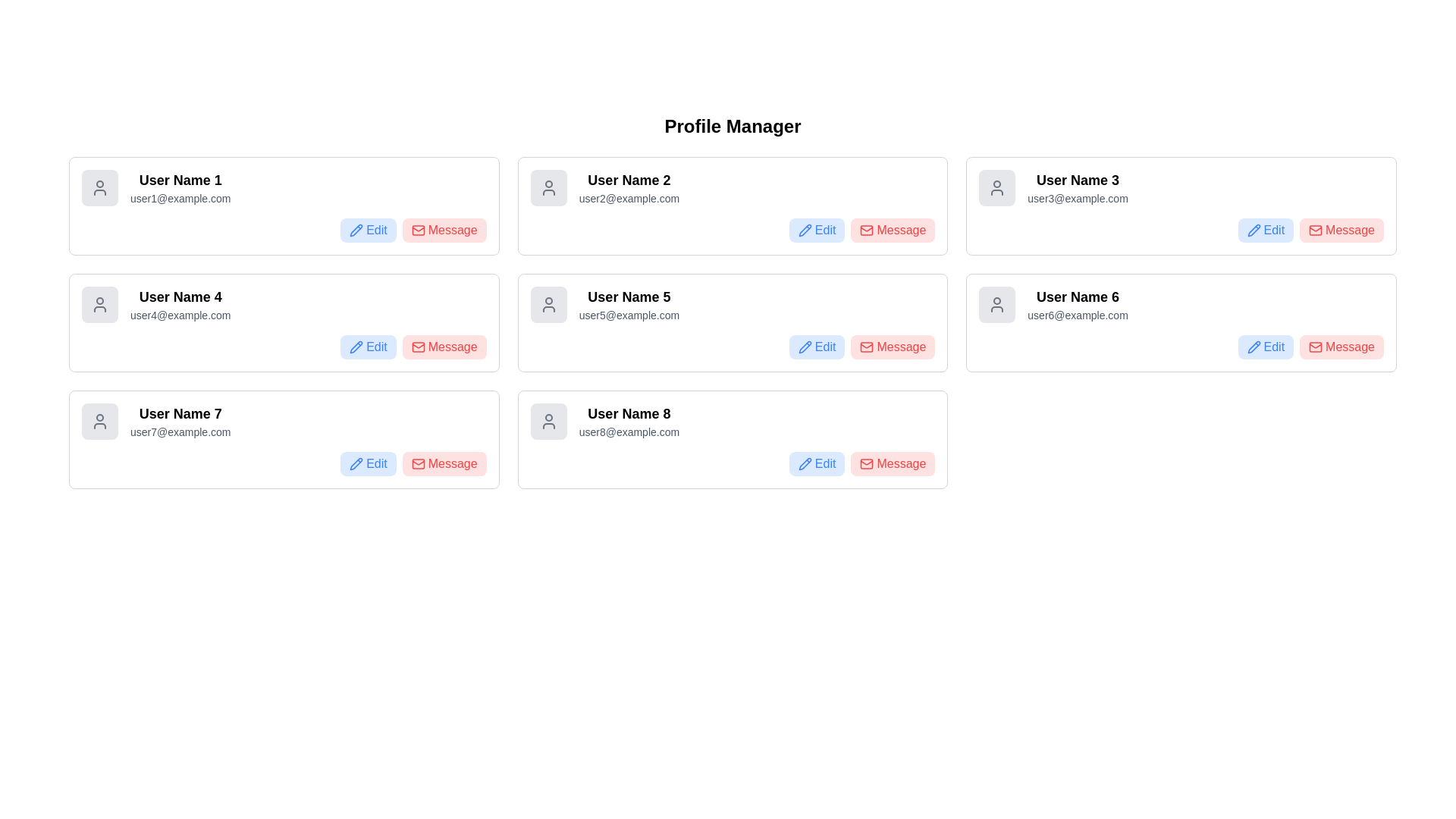  What do you see at coordinates (804, 463) in the screenshot?
I see `the 'Edit' button associated with the pencil icon for 'User Name 8' to initiate editing` at bounding box center [804, 463].